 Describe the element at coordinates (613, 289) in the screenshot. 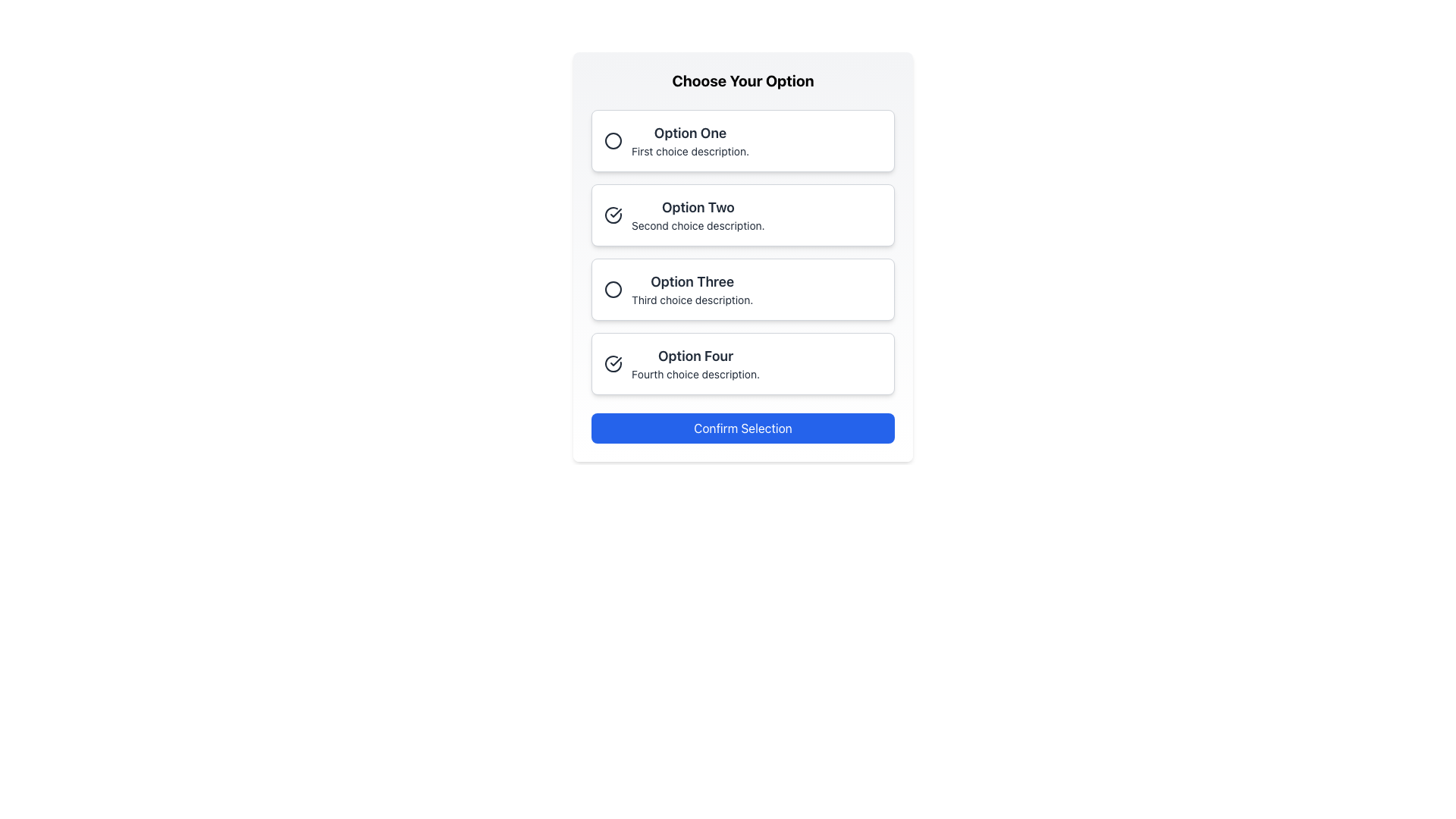

I see `the radio button for 'Option Three'` at that location.